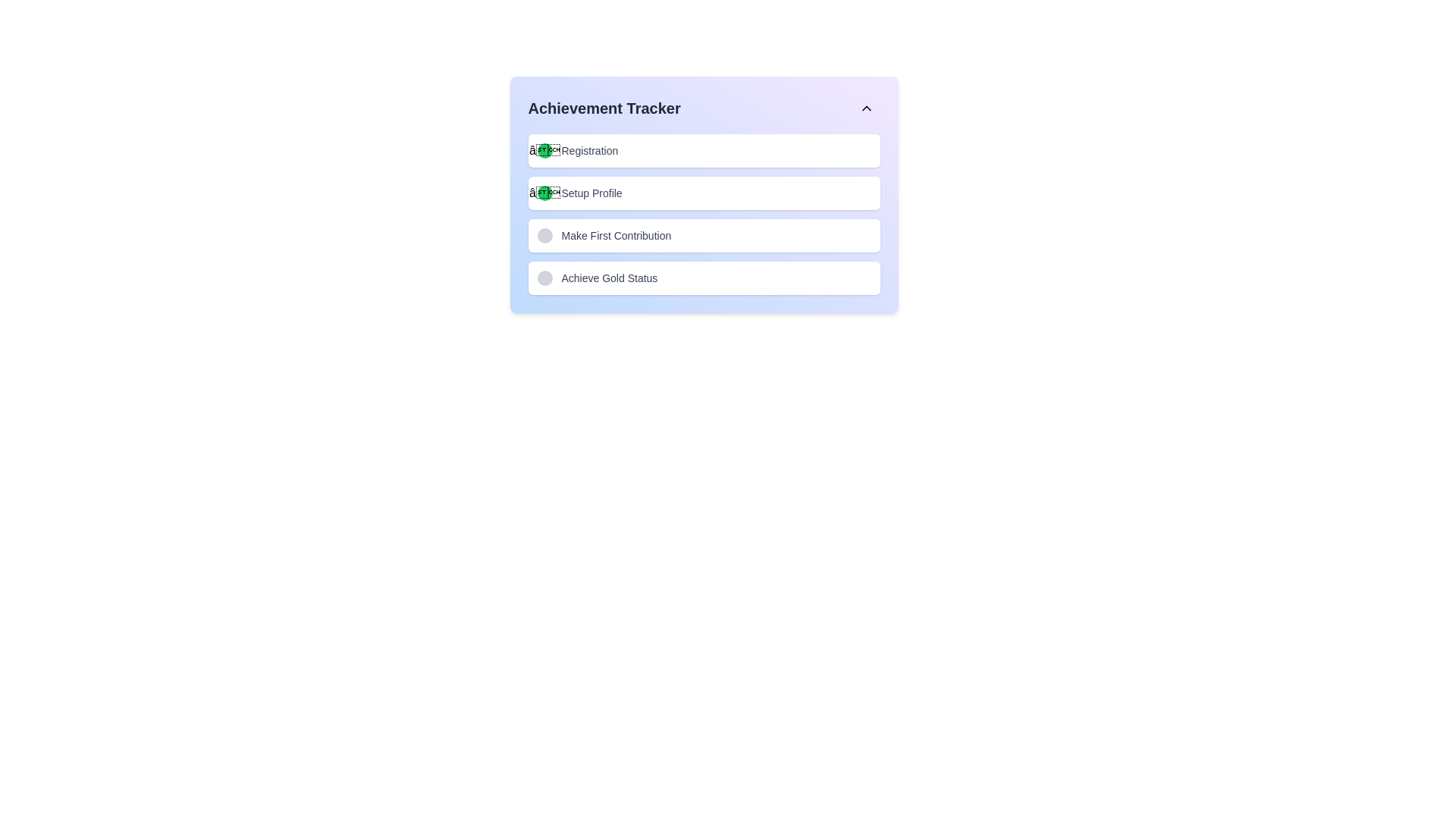  Describe the element at coordinates (609, 278) in the screenshot. I see `the text label reading 'Achieve Gold Status' located in the fourth item of the vertical list titled 'Achievement Tracker'` at that location.